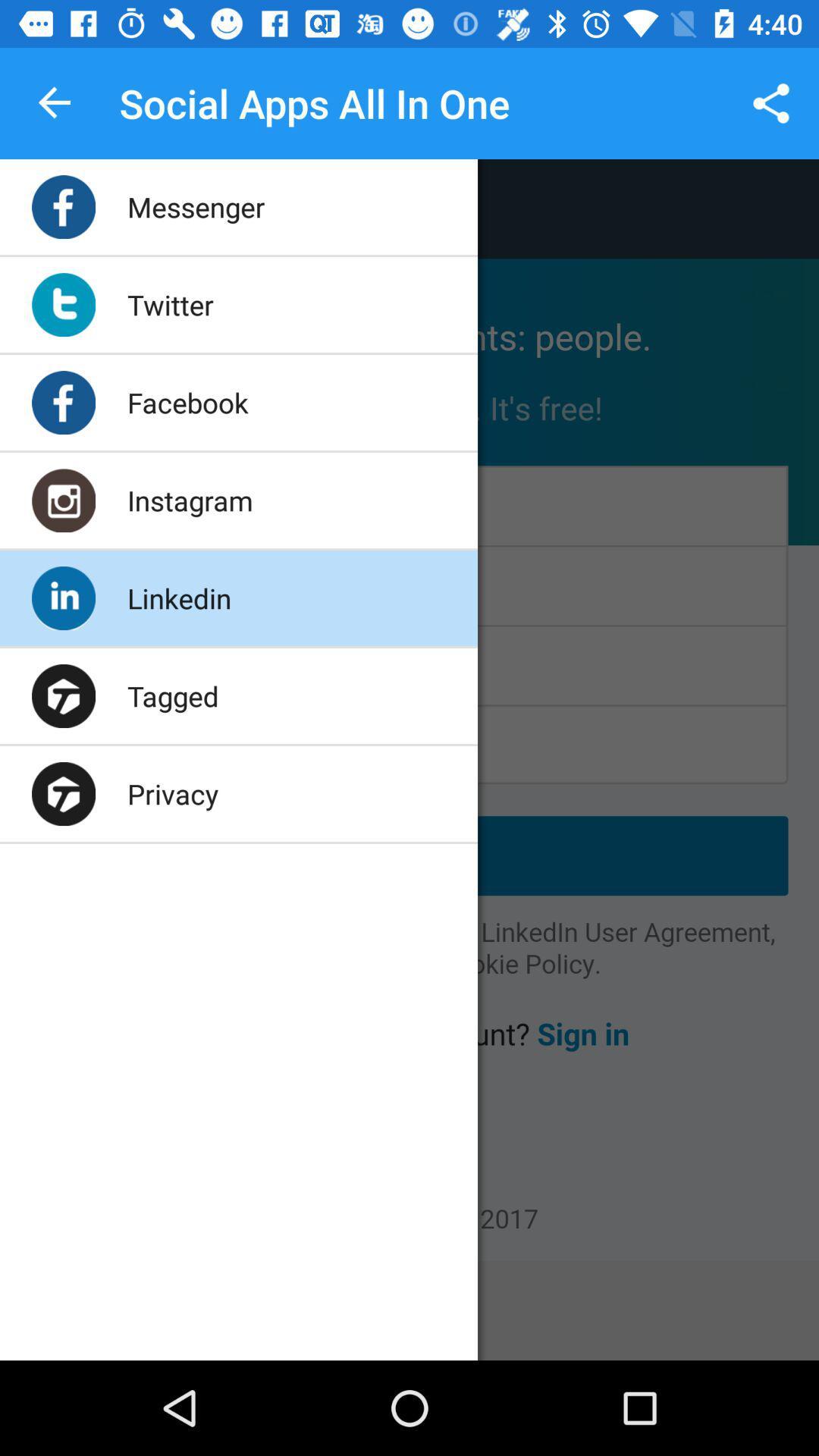 The width and height of the screenshot is (819, 1456). What do you see at coordinates (771, 102) in the screenshot?
I see `item at the top right corner` at bounding box center [771, 102].